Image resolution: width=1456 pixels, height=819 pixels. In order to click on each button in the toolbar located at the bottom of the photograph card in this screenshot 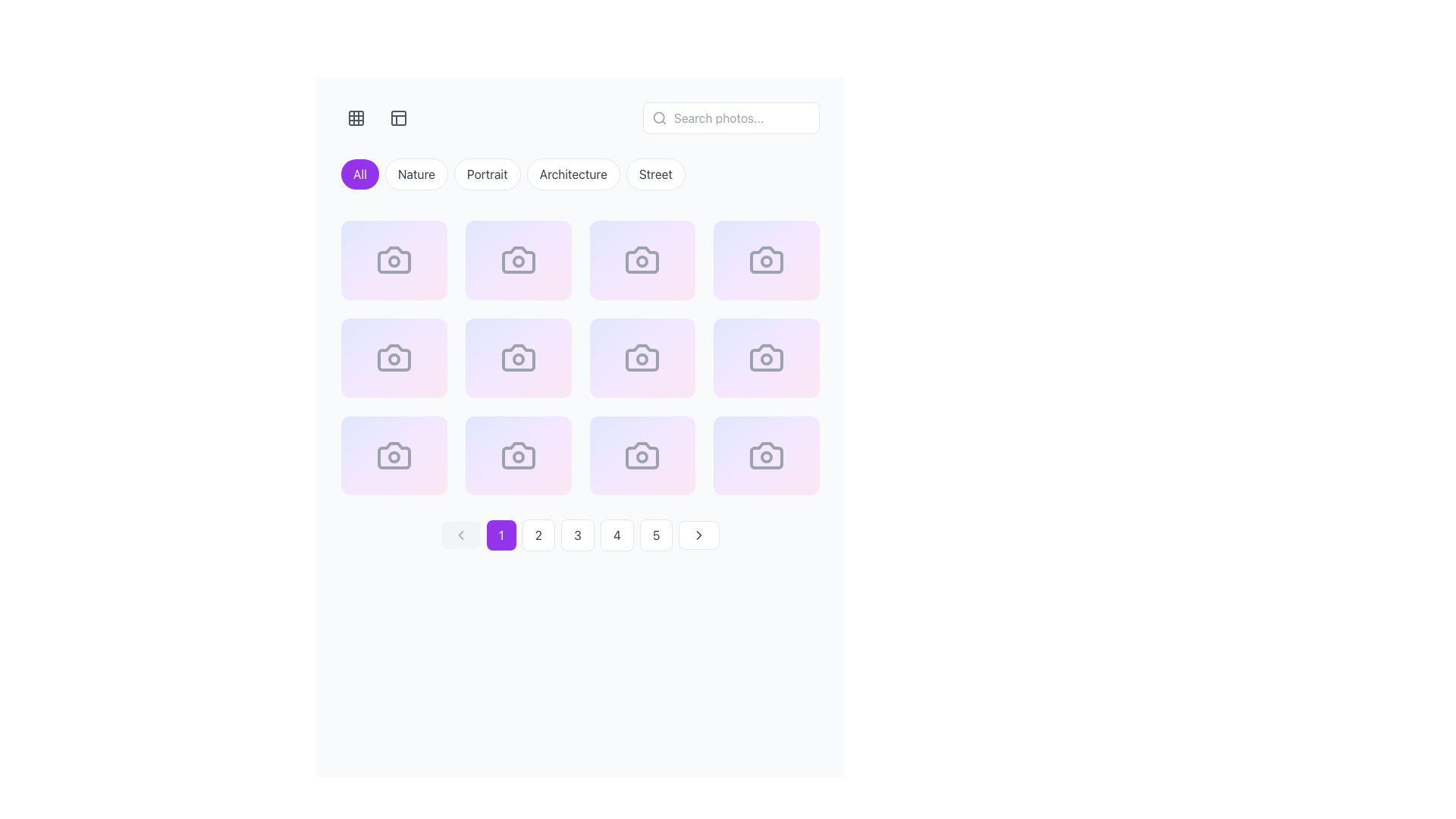, I will do `click(767, 469)`.